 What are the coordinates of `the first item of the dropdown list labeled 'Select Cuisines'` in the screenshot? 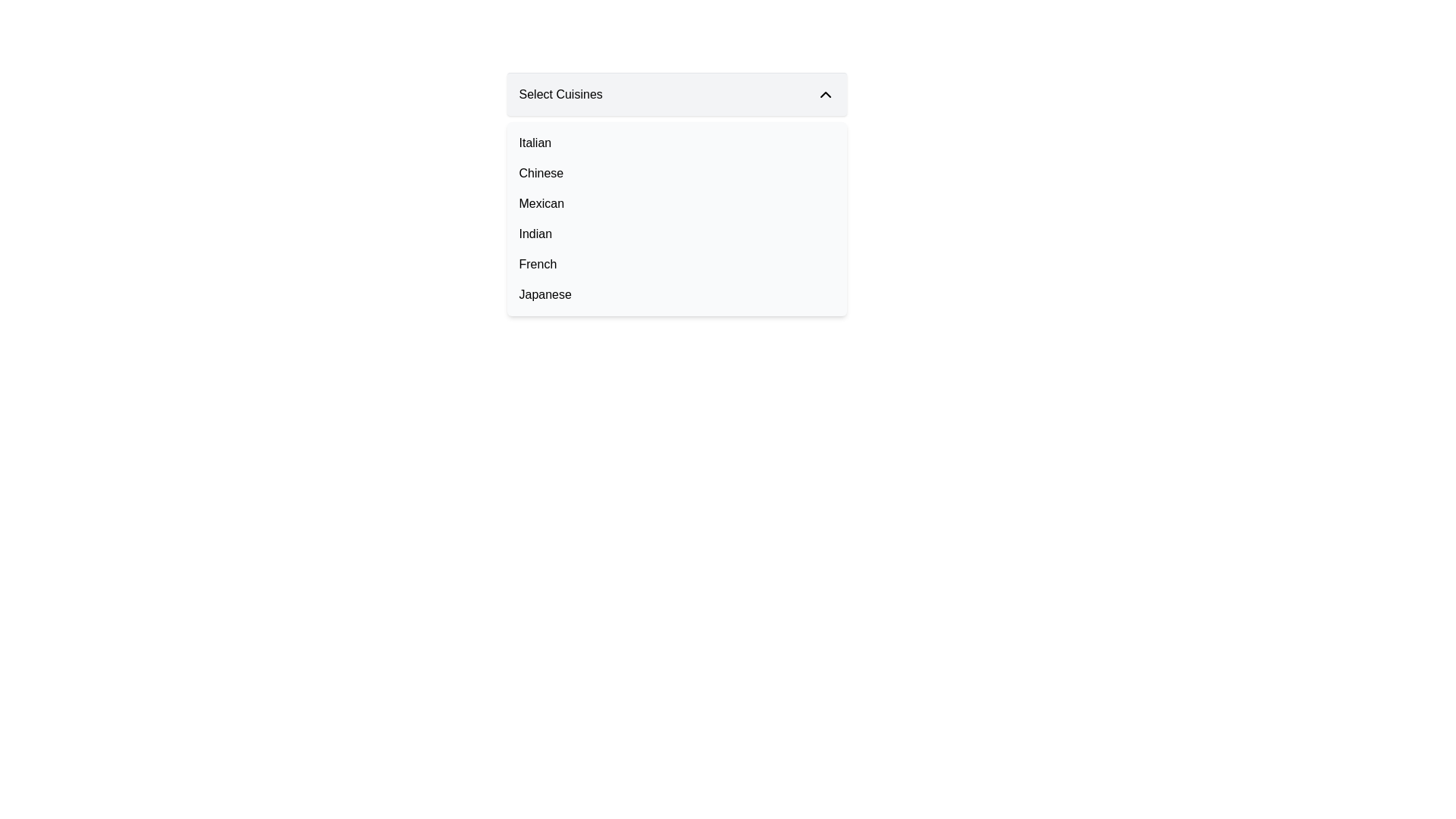 It's located at (676, 143).